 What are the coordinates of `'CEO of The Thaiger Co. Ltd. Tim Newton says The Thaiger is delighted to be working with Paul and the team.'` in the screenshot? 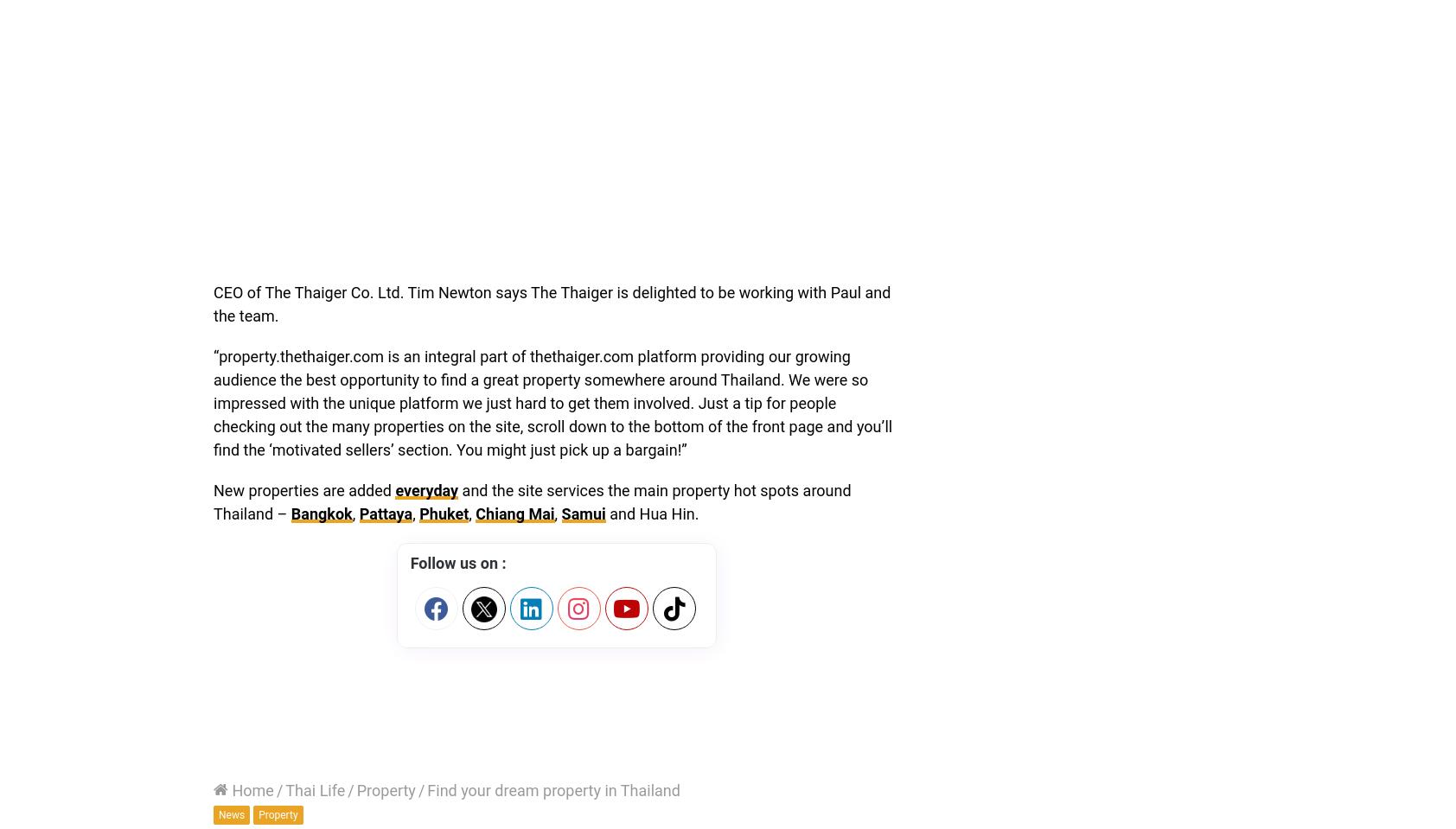 It's located at (552, 303).